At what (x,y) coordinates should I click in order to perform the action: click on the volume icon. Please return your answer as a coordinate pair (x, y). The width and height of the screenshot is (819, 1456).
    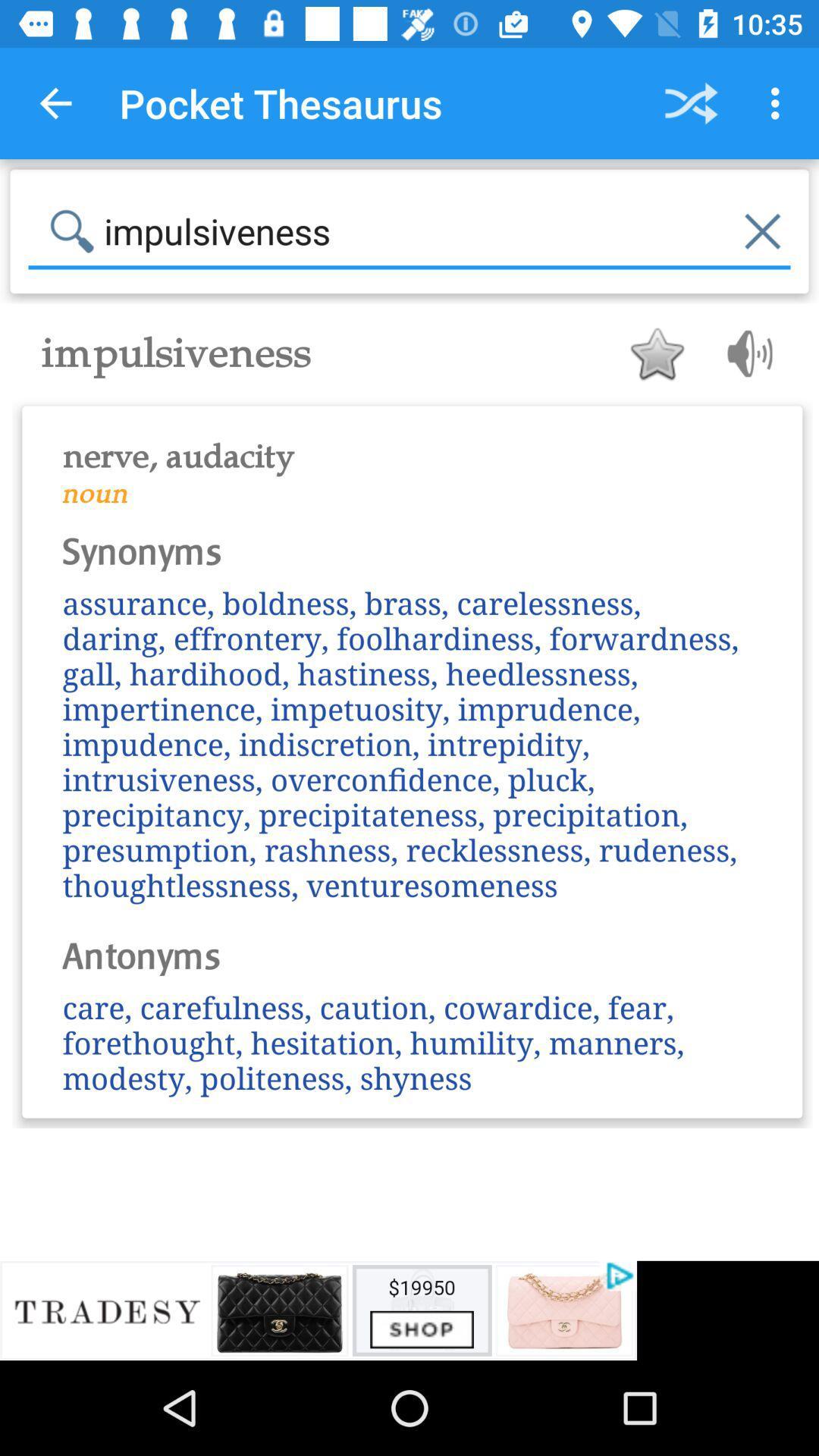
    Looking at the image, I should click on (744, 353).